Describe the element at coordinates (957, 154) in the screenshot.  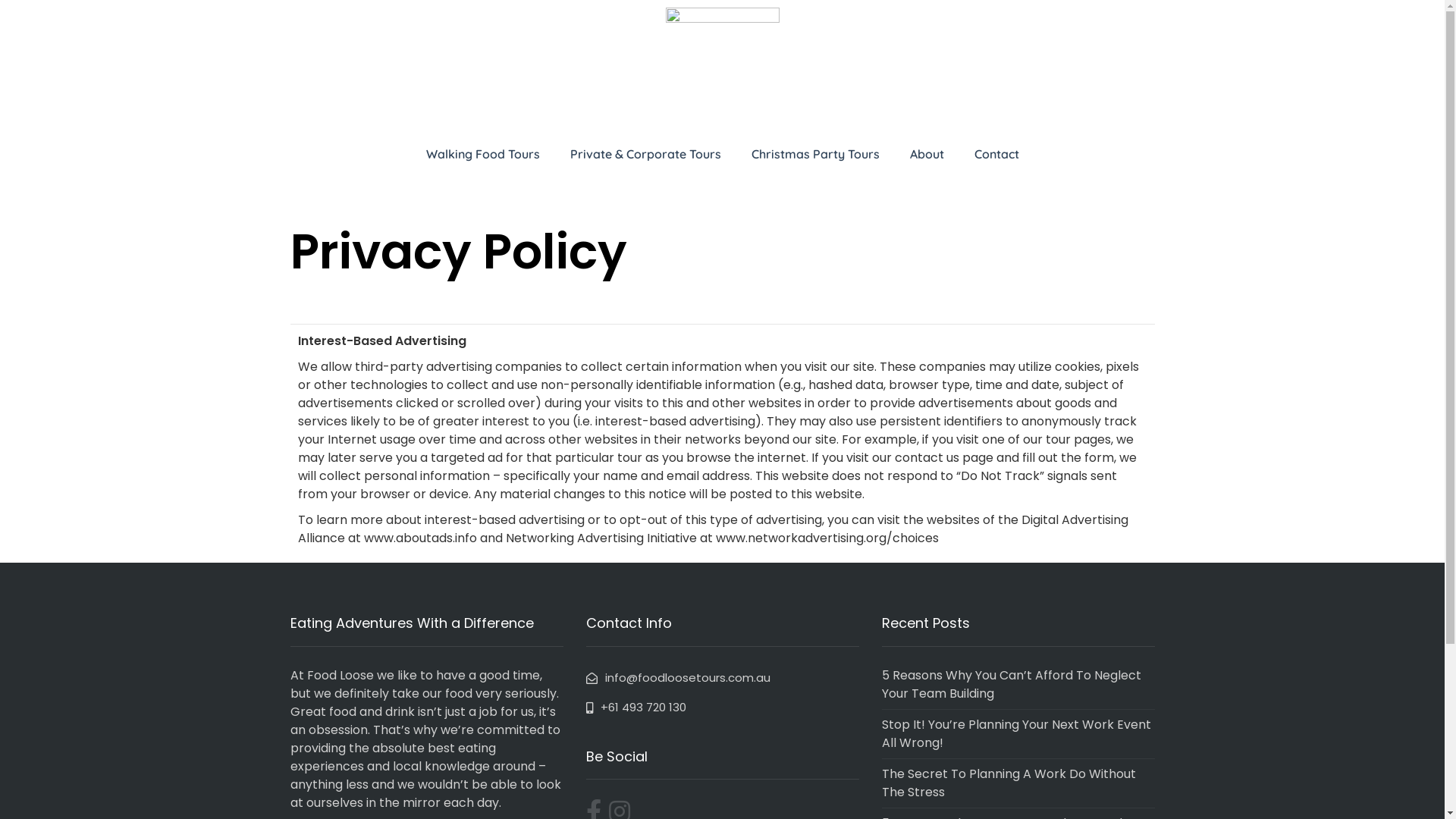
I see `'Contact'` at that location.